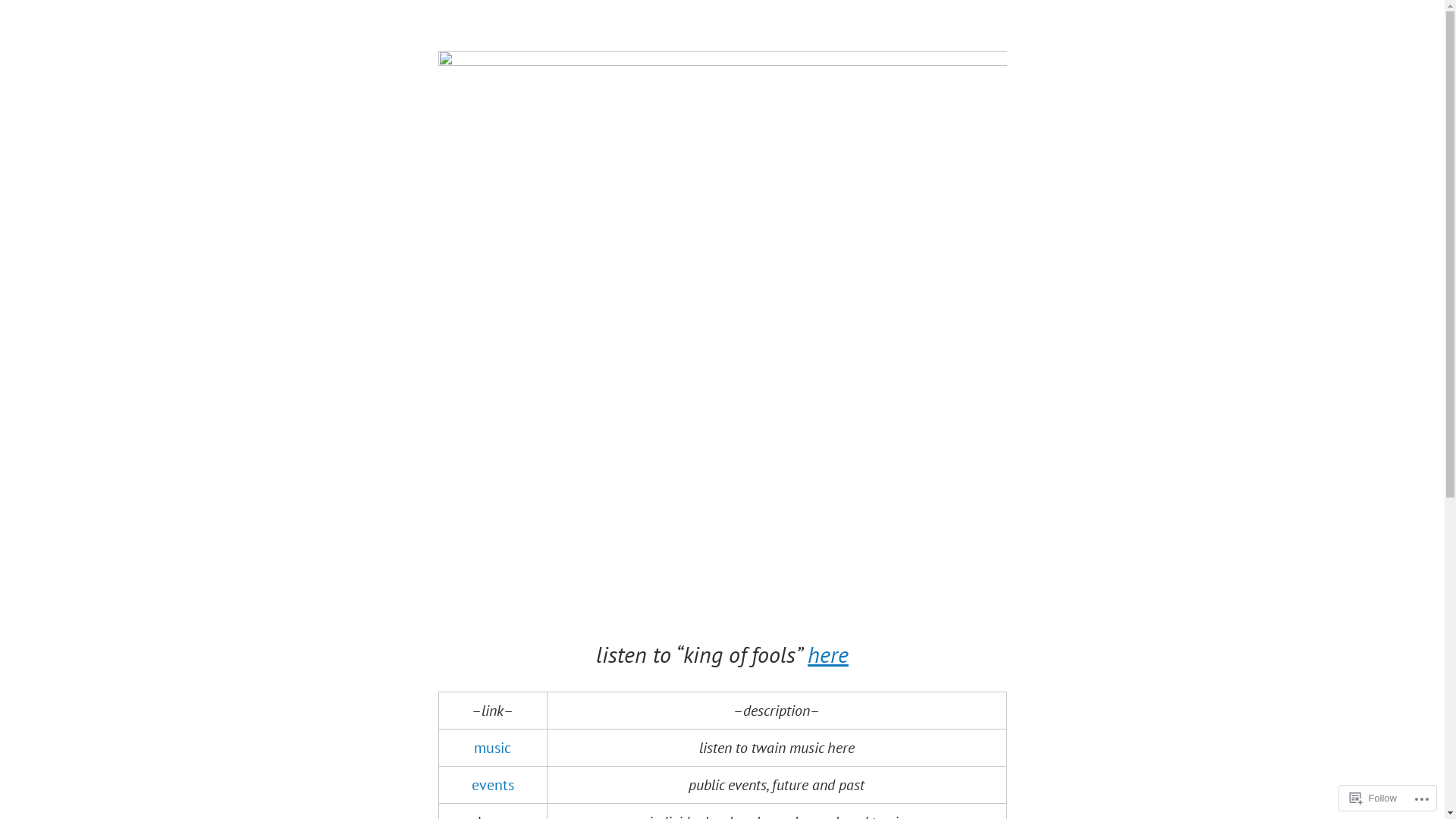  What do you see at coordinates (827, 653) in the screenshot?
I see `'here'` at bounding box center [827, 653].